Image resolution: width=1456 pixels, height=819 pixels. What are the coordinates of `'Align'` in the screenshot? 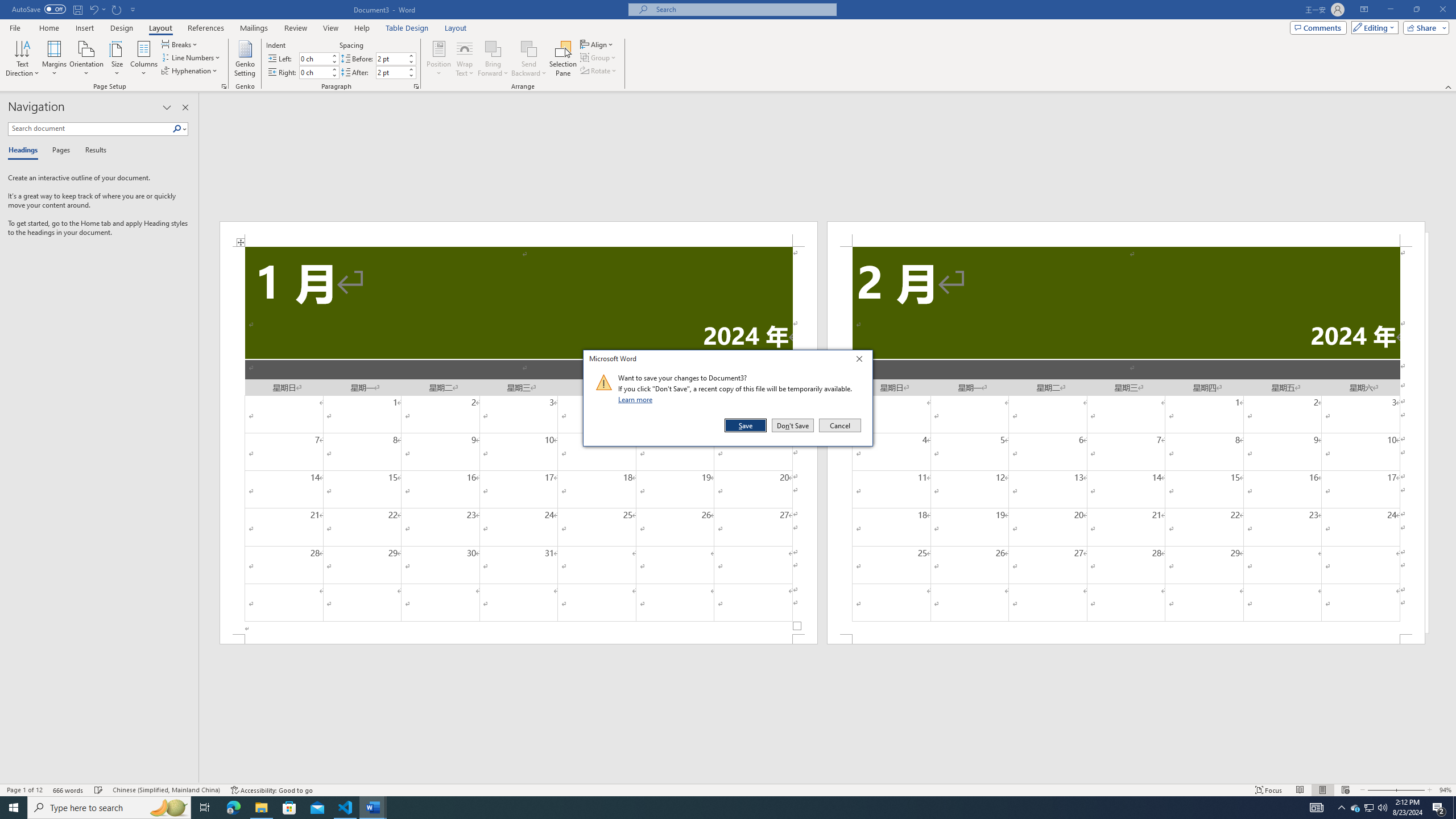 It's located at (597, 44).